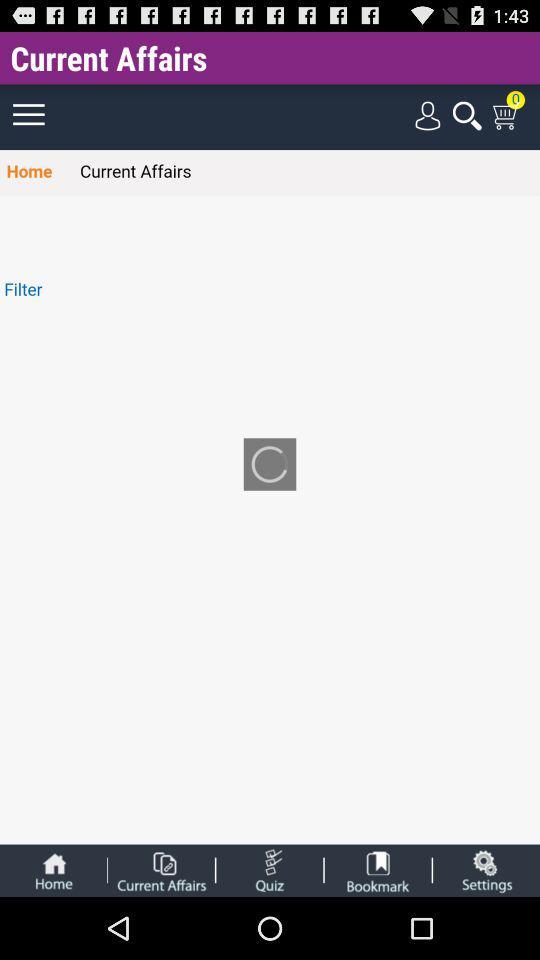 This screenshot has height=960, width=540. I want to click on the app below current affairs, so click(270, 464).